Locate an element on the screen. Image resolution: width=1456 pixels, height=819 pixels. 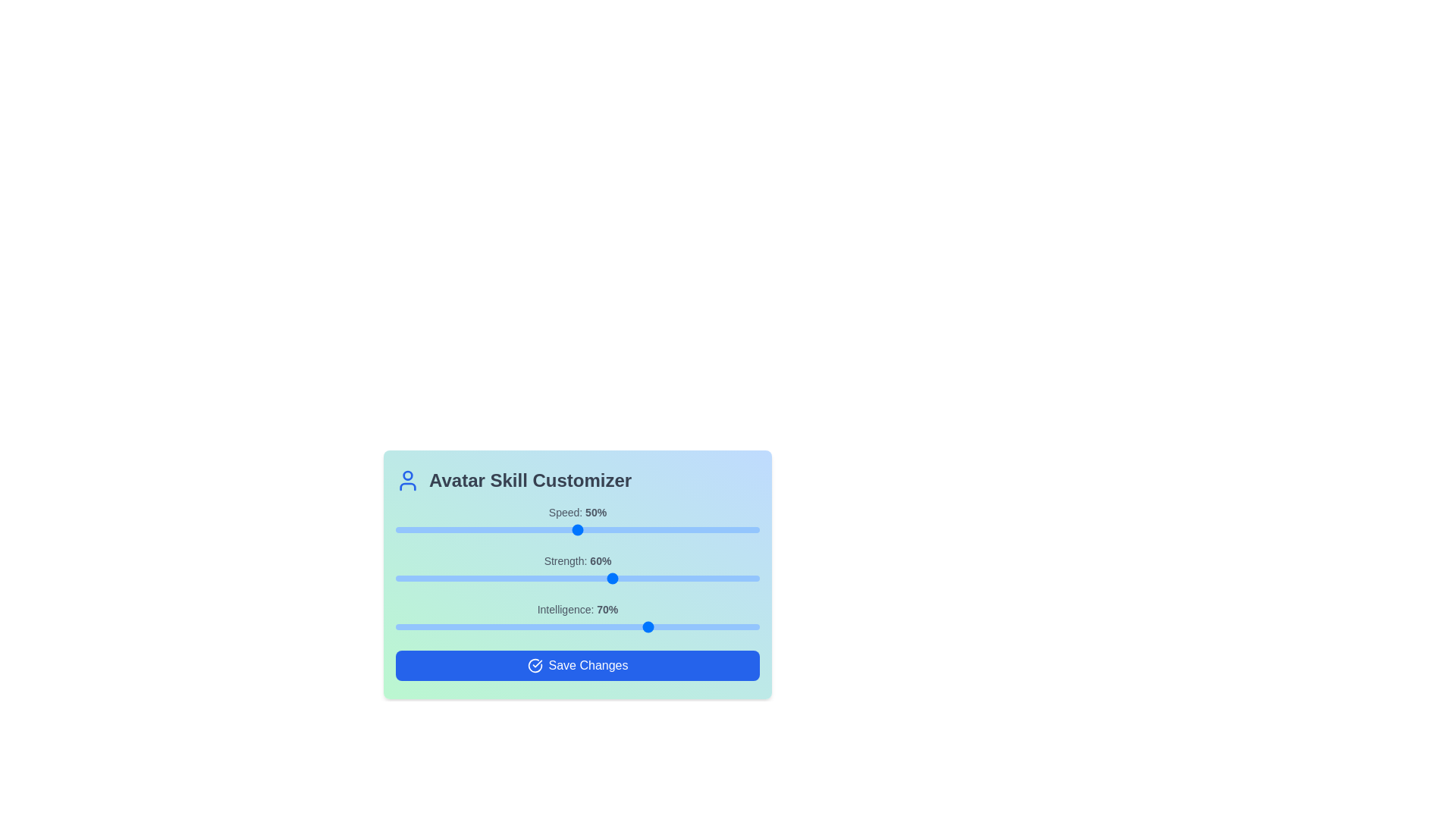
the static text that displays the intelligence skill value, located to the right of the 'Intelligence:' label in the 'Avatar Skill Customizer' panel is located at coordinates (607, 608).